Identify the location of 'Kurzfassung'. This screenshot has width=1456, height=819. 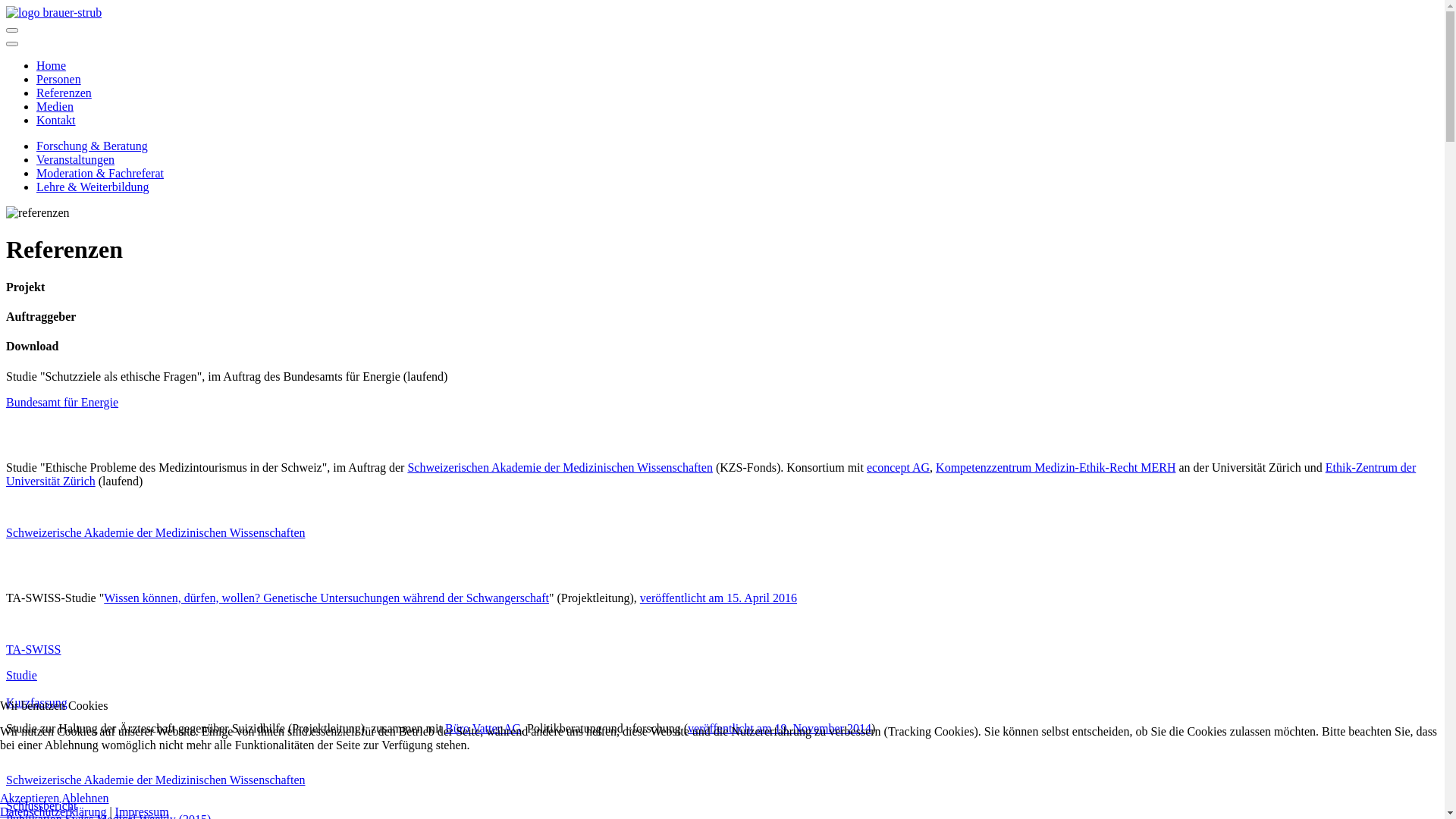
(36, 702).